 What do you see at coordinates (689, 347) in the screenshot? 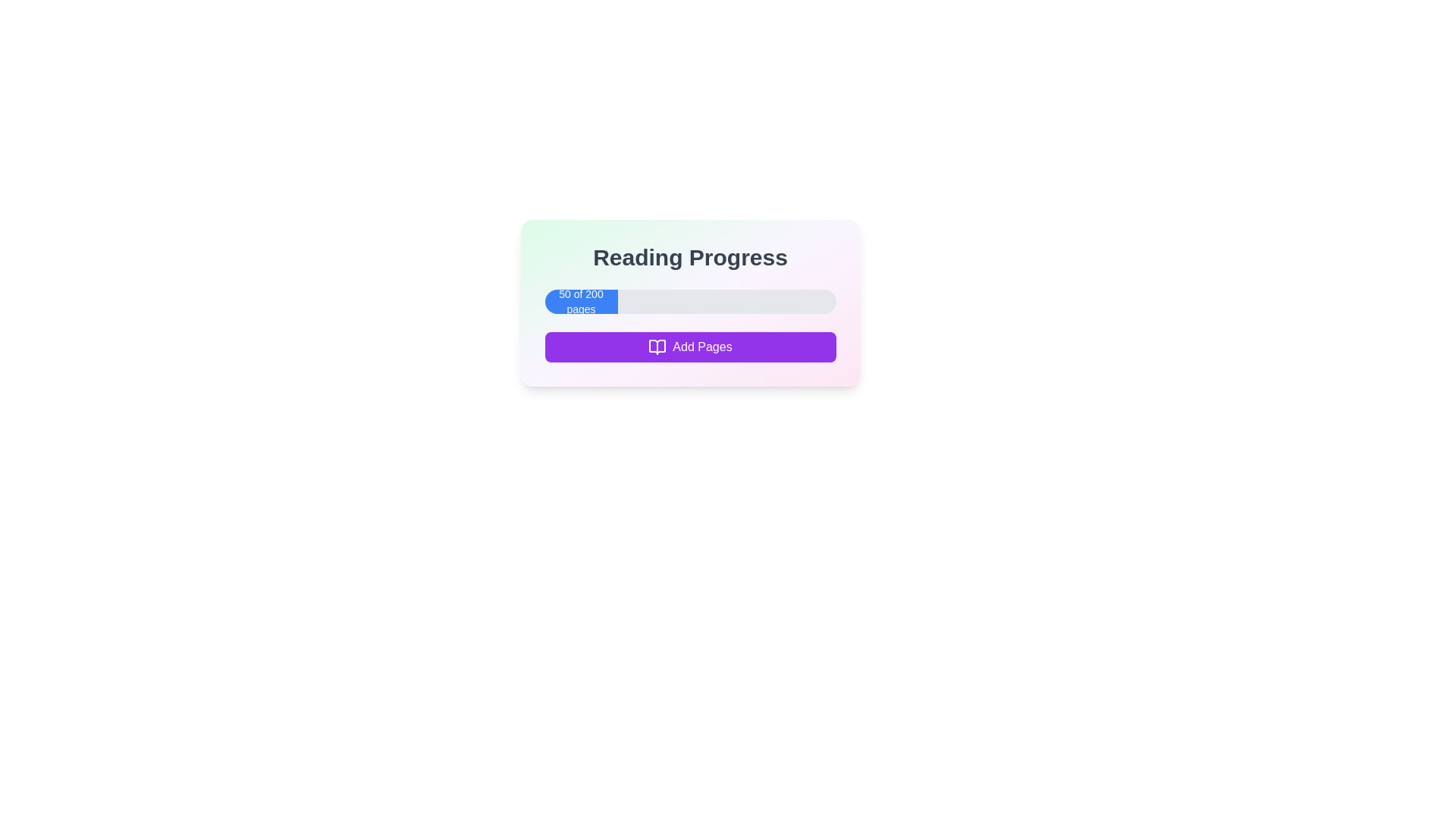
I see `the 'Add Pages' button with a purple background and an open book icon, located at the bottom of the 'Reading Progress' card` at bounding box center [689, 347].